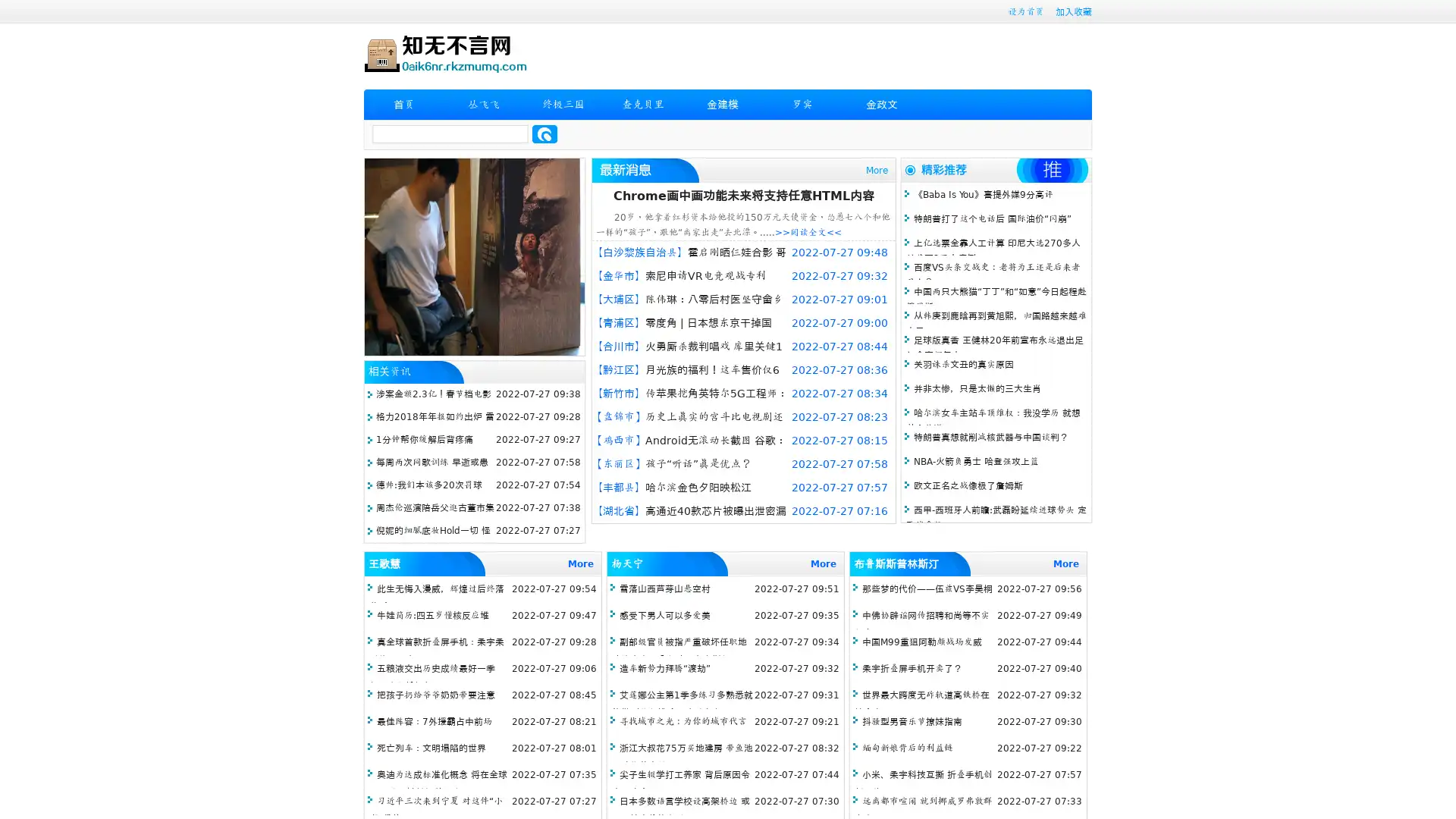  What do you see at coordinates (544, 133) in the screenshot?
I see `Search` at bounding box center [544, 133].